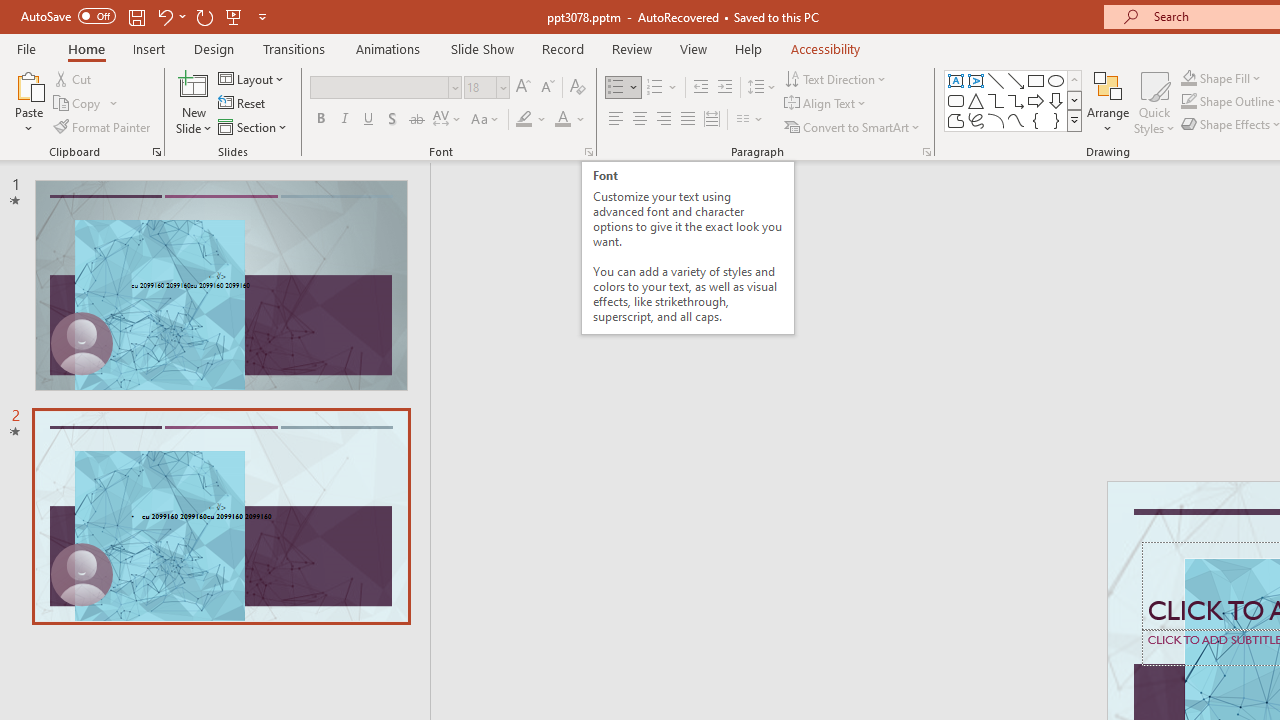  What do you see at coordinates (976, 80) in the screenshot?
I see `'Vertical Text Box'` at bounding box center [976, 80].